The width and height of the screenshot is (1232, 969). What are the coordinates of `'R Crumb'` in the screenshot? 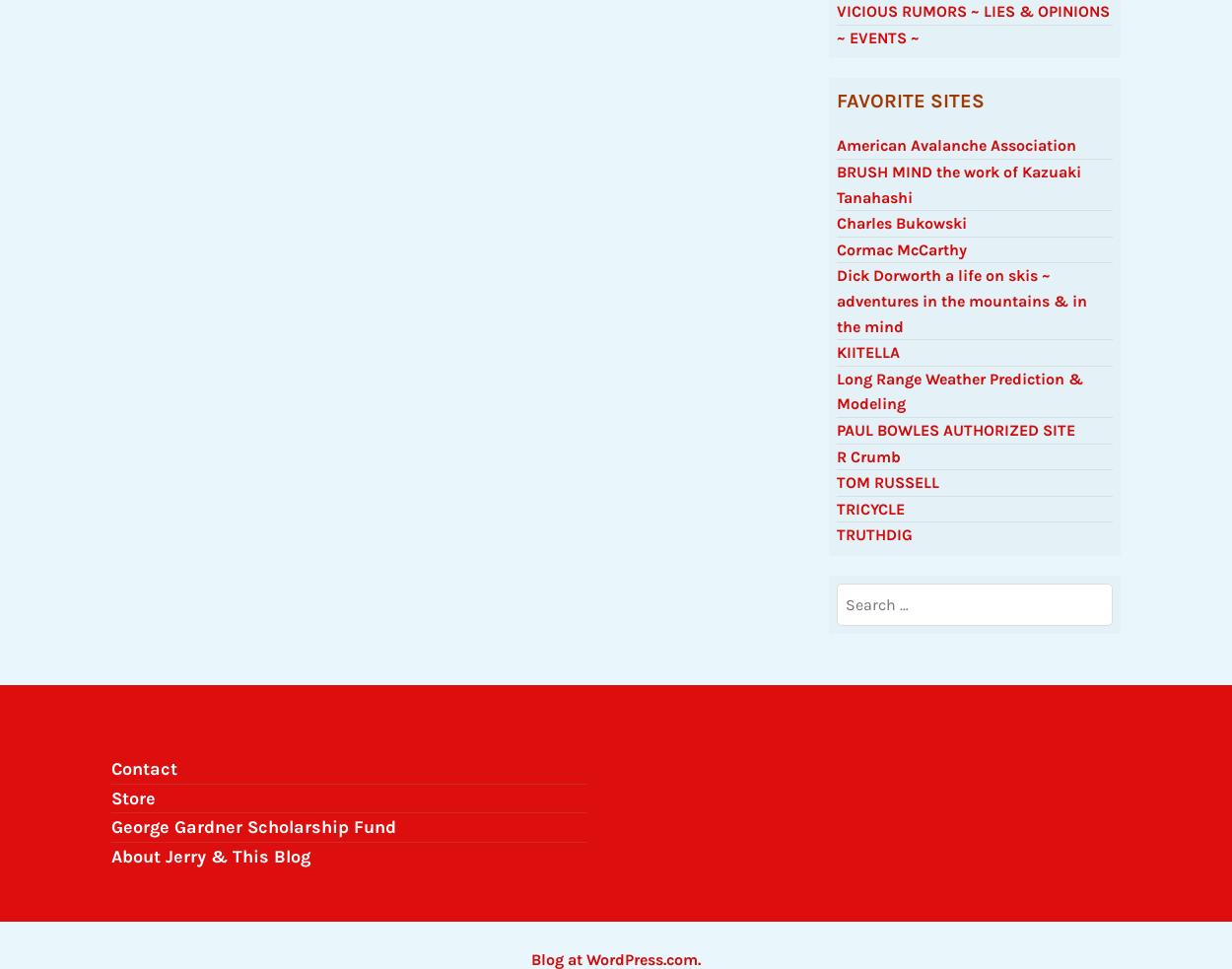 It's located at (868, 464).